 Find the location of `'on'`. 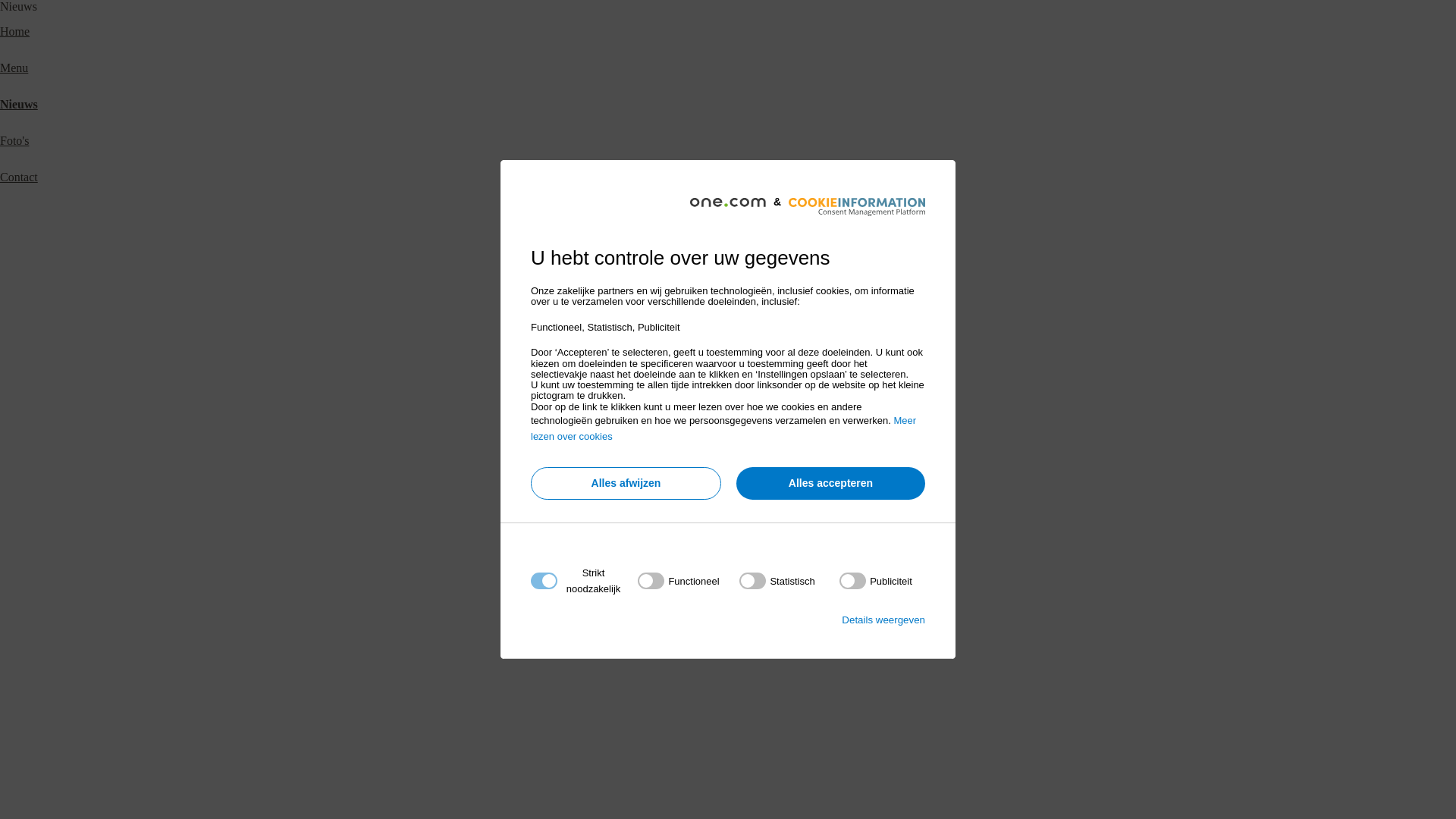

'on' is located at coordinates (839, 580).